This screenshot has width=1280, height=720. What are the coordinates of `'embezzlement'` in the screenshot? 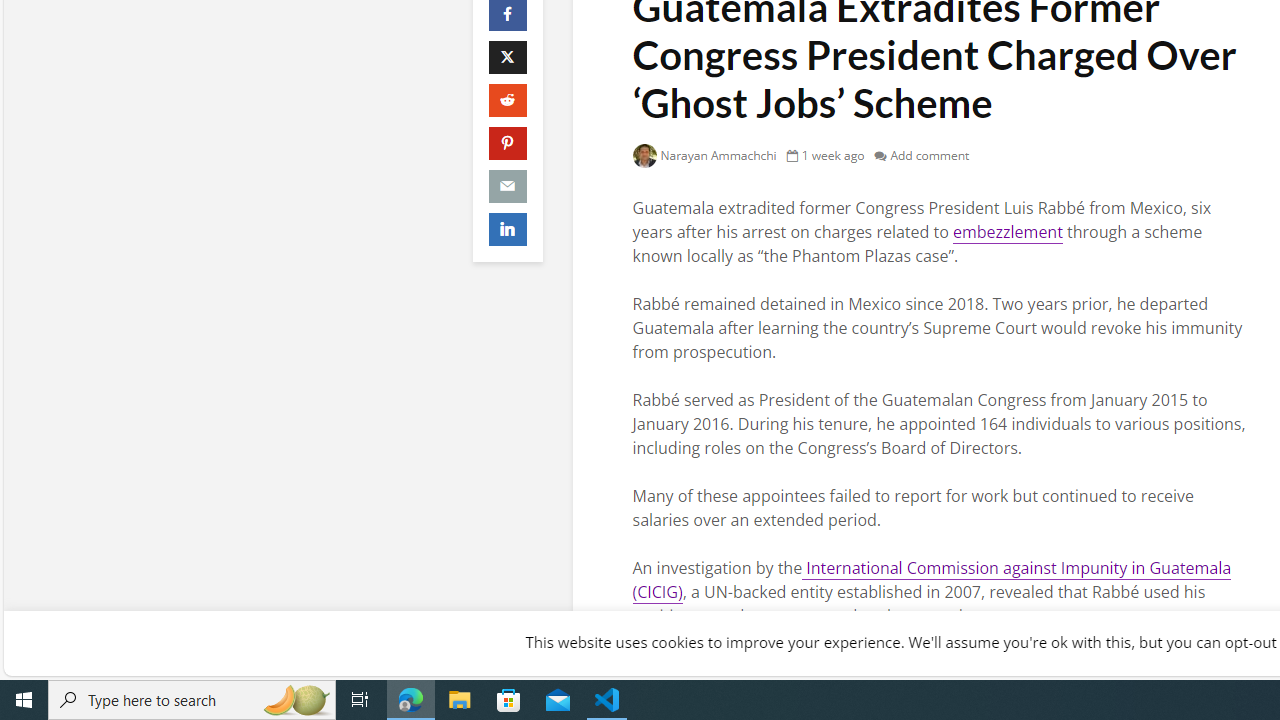 It's located at (1007, 231).